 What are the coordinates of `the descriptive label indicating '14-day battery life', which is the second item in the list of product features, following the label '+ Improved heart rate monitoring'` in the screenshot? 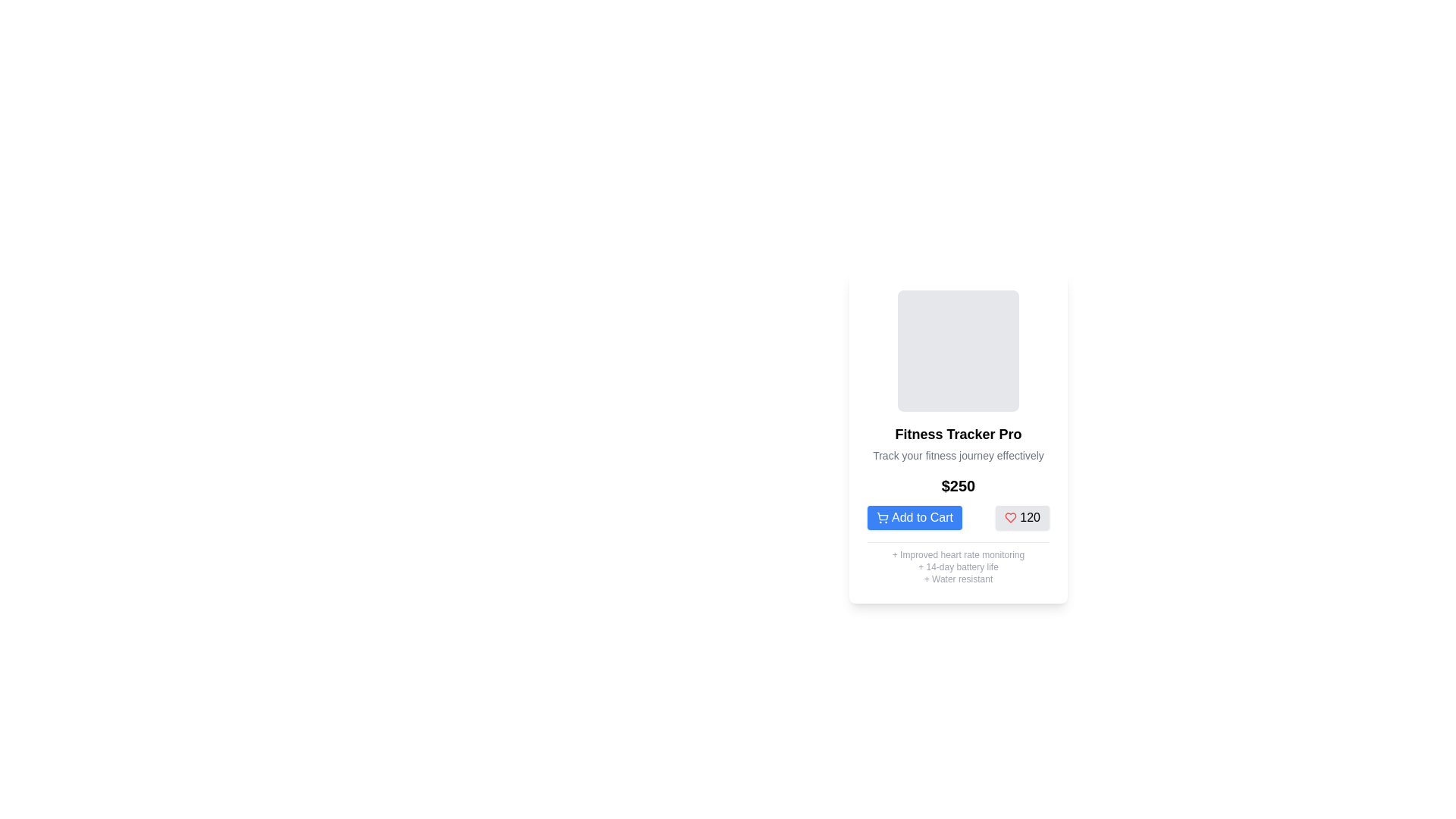 It's located at (957, 567).